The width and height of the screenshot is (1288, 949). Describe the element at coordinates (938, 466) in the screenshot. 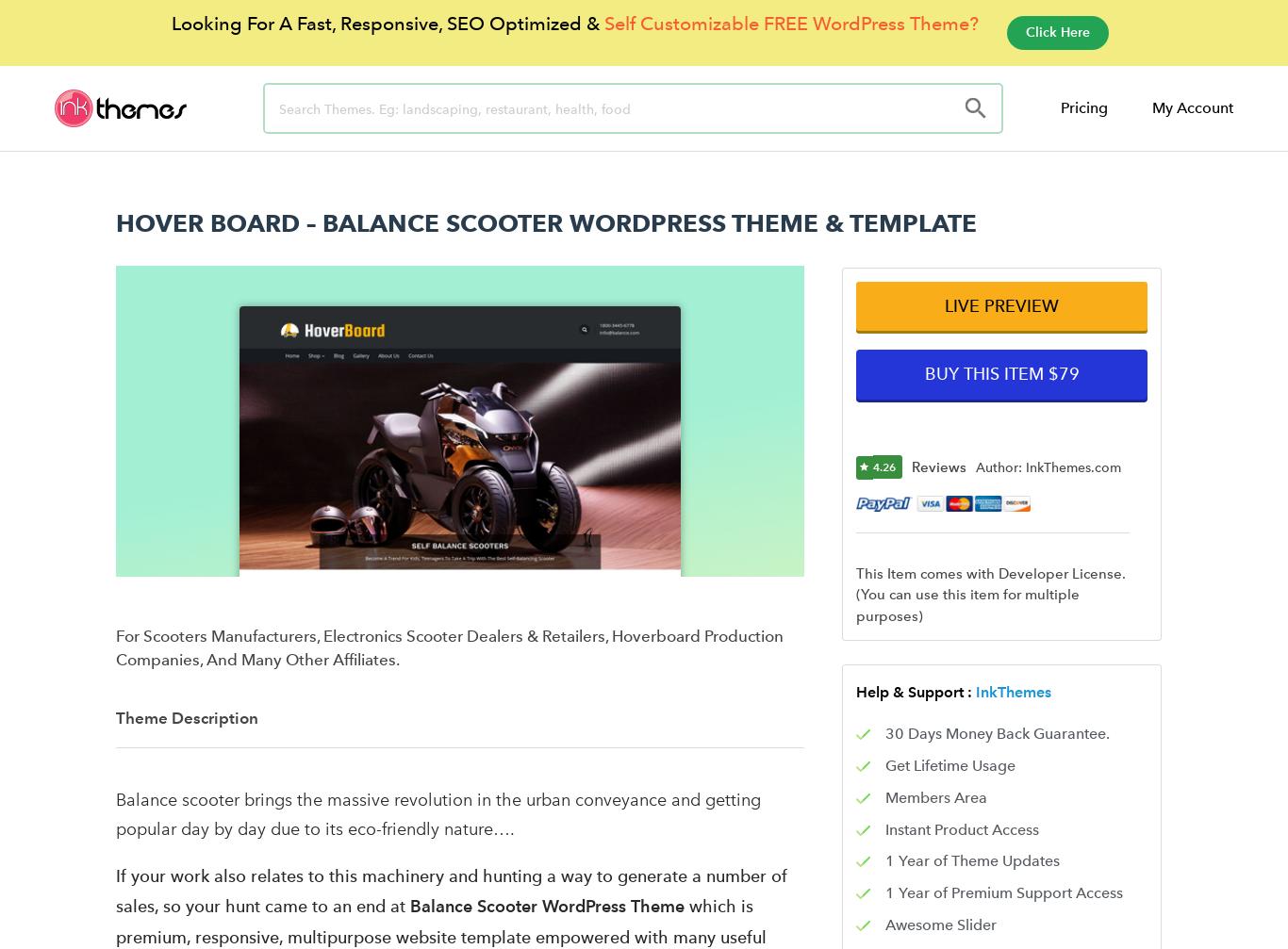

I see `'Reviews'` at that location.